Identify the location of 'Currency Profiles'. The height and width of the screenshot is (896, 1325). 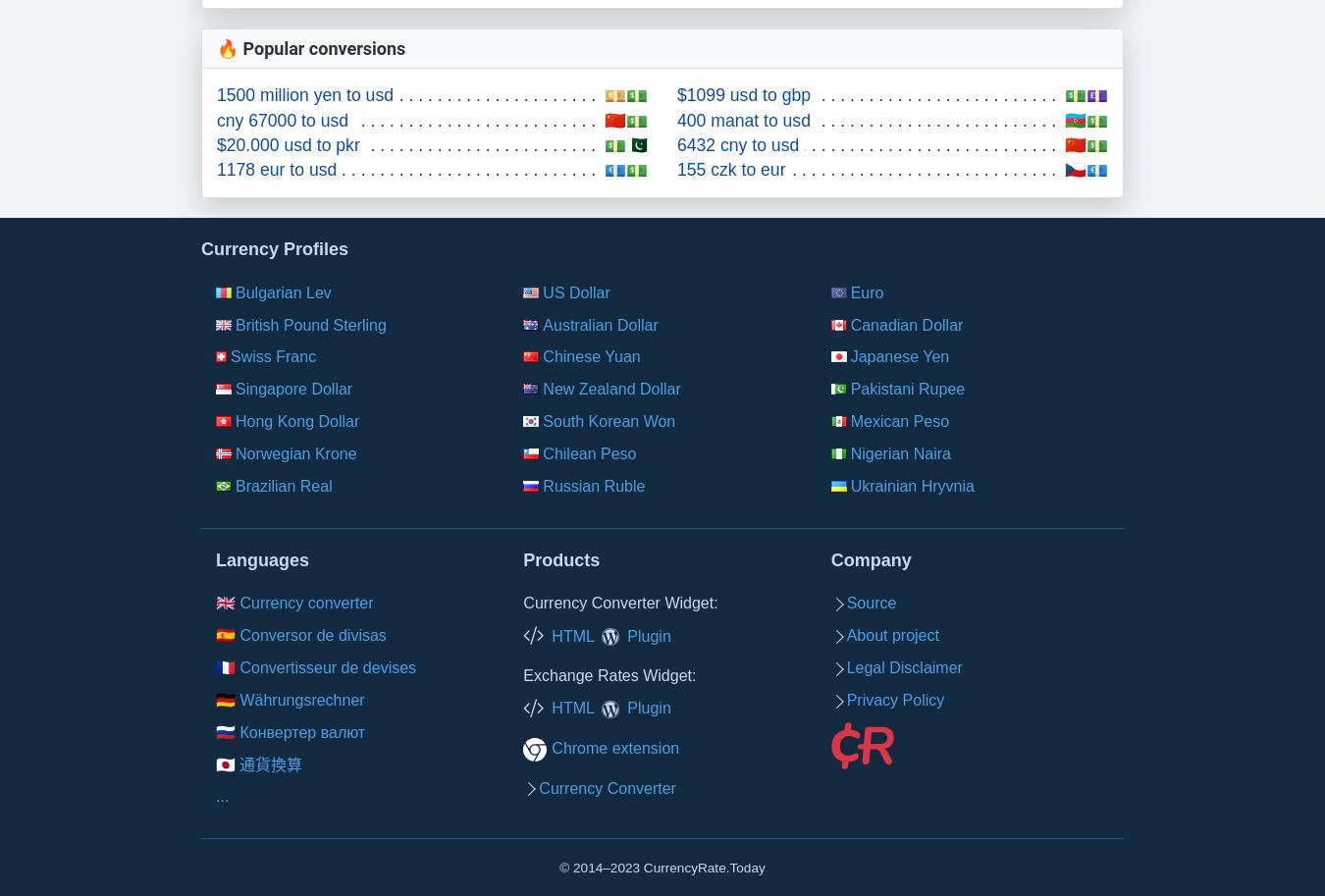
(273, 247).